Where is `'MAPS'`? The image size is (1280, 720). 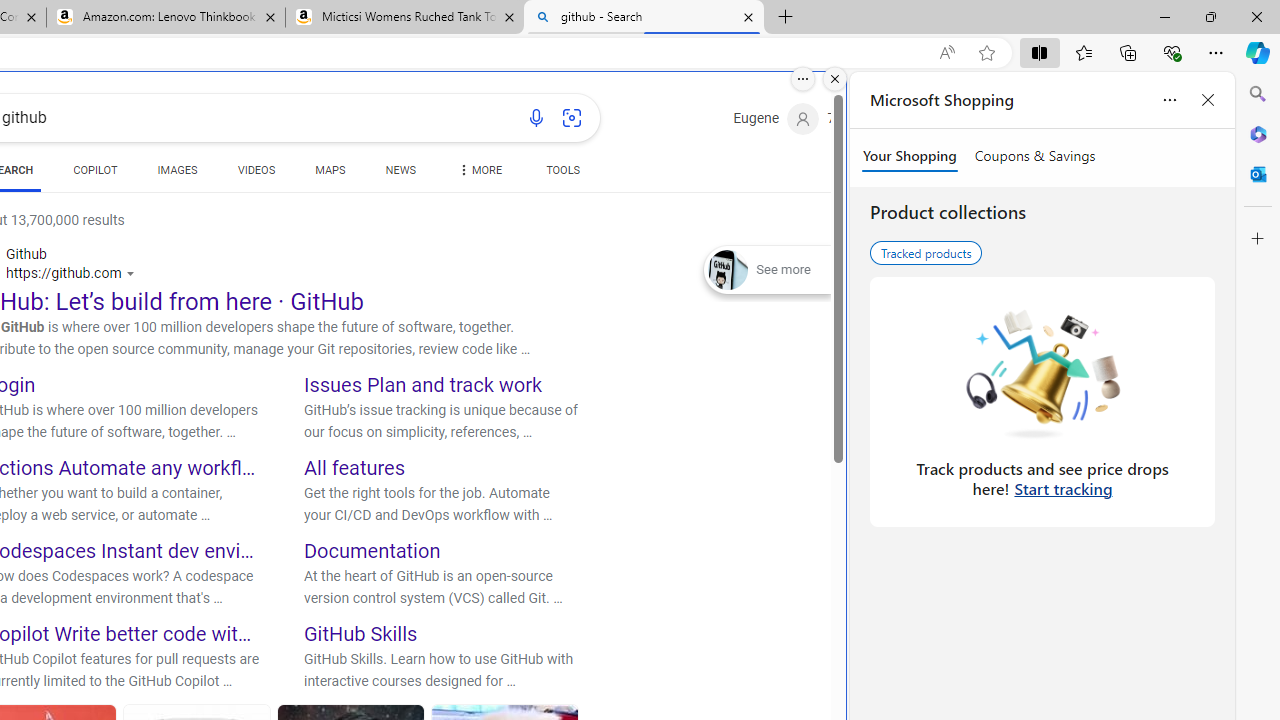
'MAPS' is located at coordinates (330, 170).